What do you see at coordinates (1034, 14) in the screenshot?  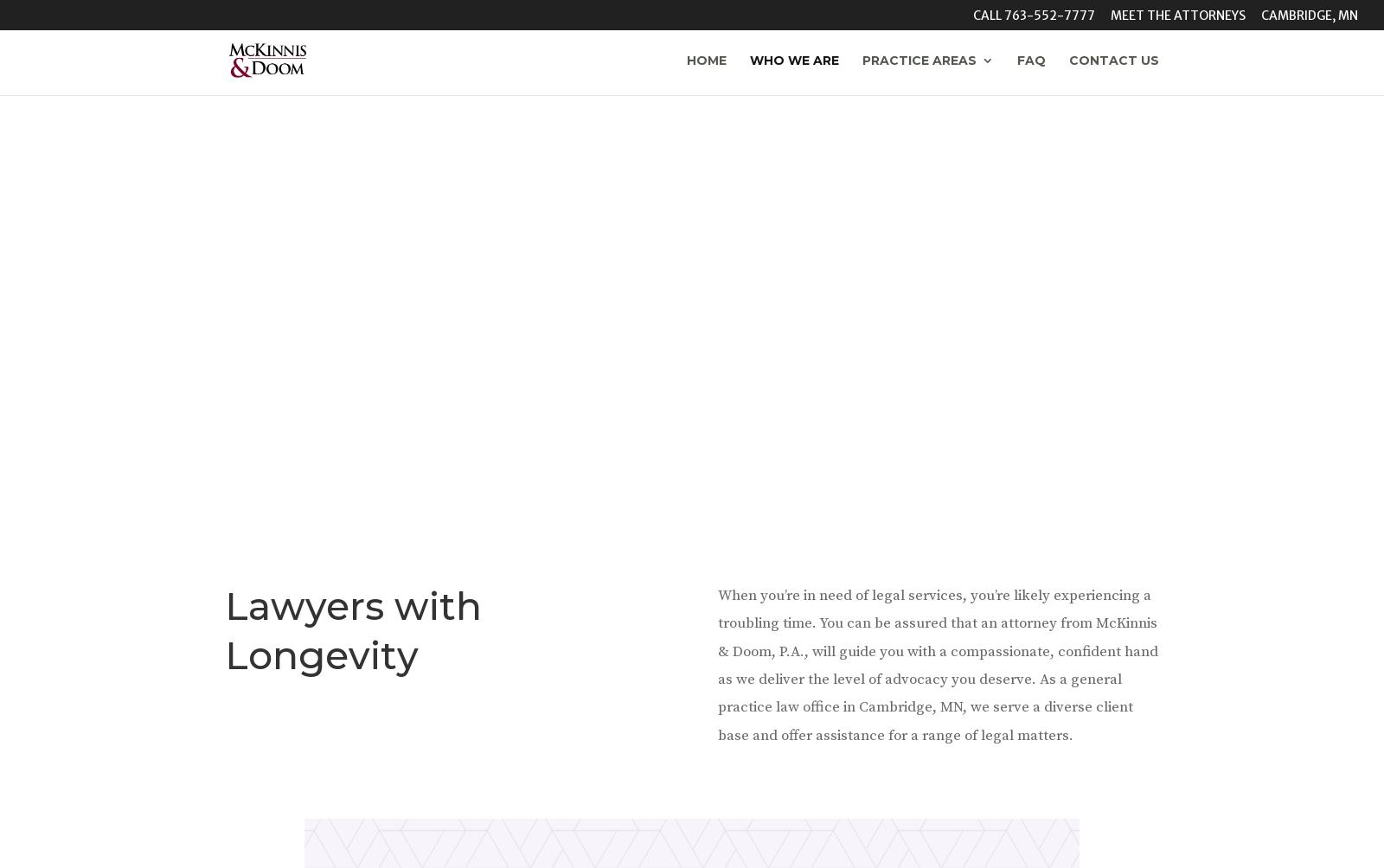 I see `'Call 763-552-7777'` at bounding box center [1034, 14].